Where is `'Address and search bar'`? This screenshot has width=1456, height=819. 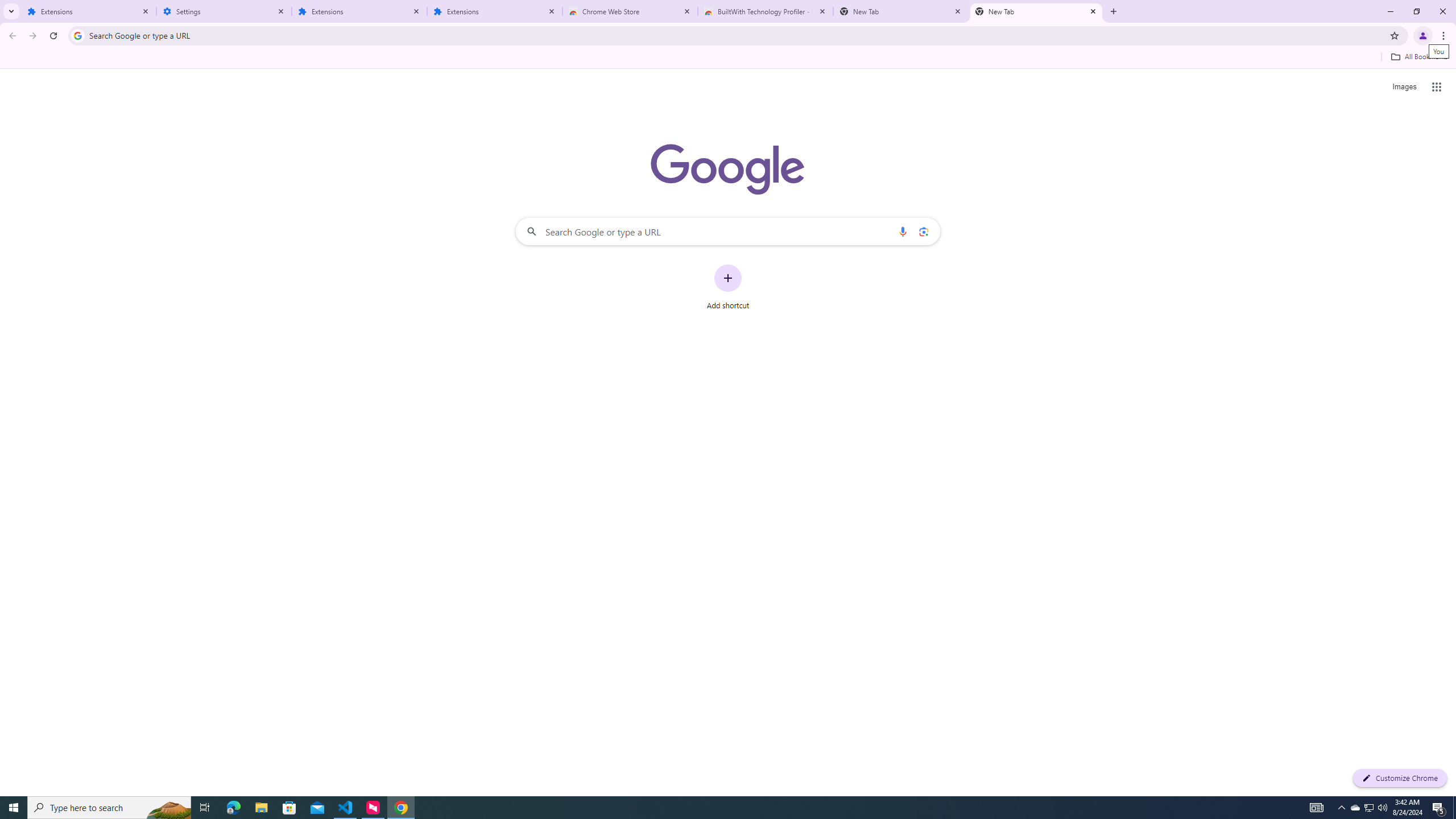
'Address and search bar' is located at coordinates (735, 35).